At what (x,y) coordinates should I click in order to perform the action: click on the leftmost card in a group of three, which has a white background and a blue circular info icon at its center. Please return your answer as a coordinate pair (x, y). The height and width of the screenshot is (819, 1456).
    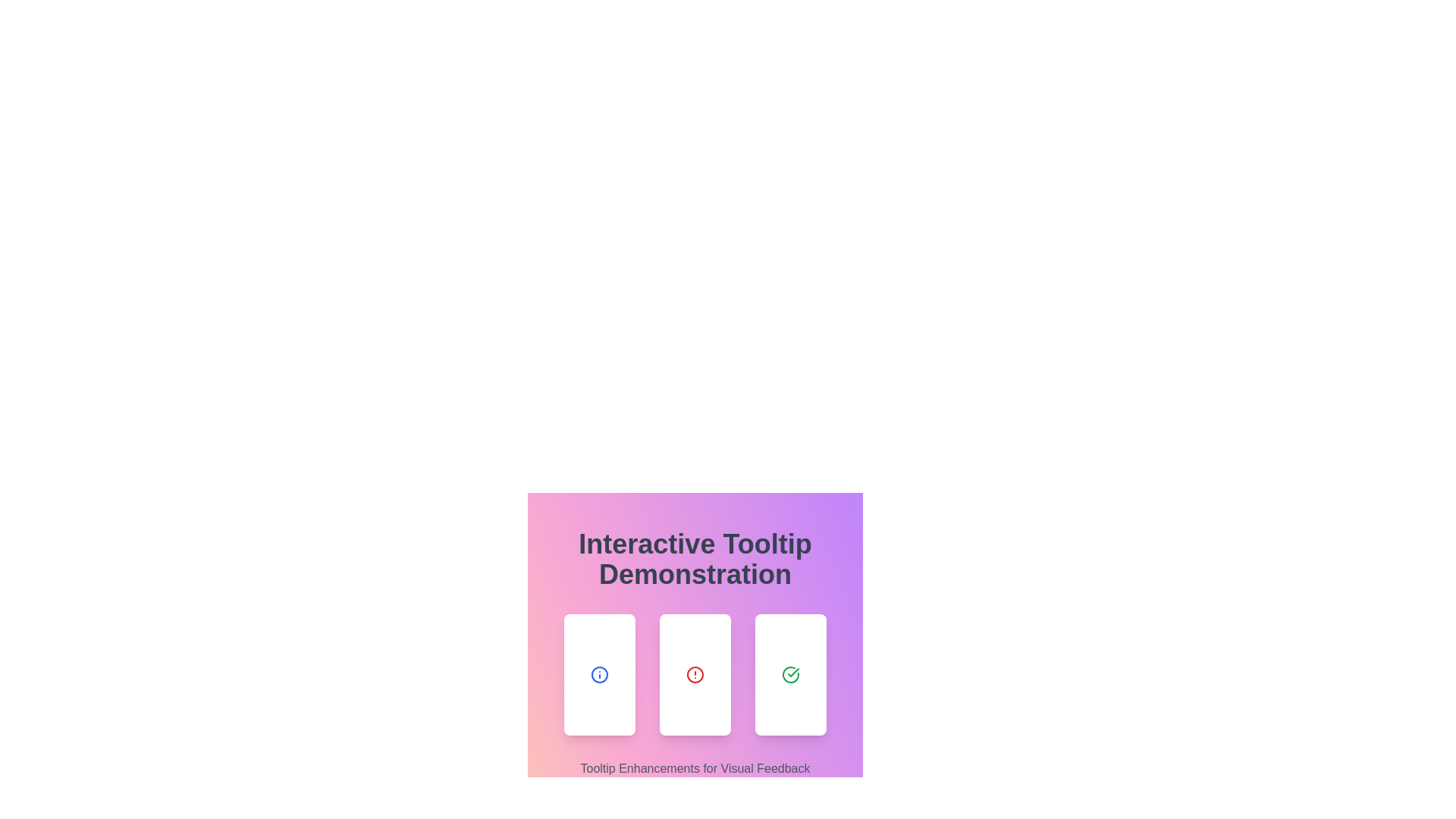
    Looking at the image, I should click on (599, 674).